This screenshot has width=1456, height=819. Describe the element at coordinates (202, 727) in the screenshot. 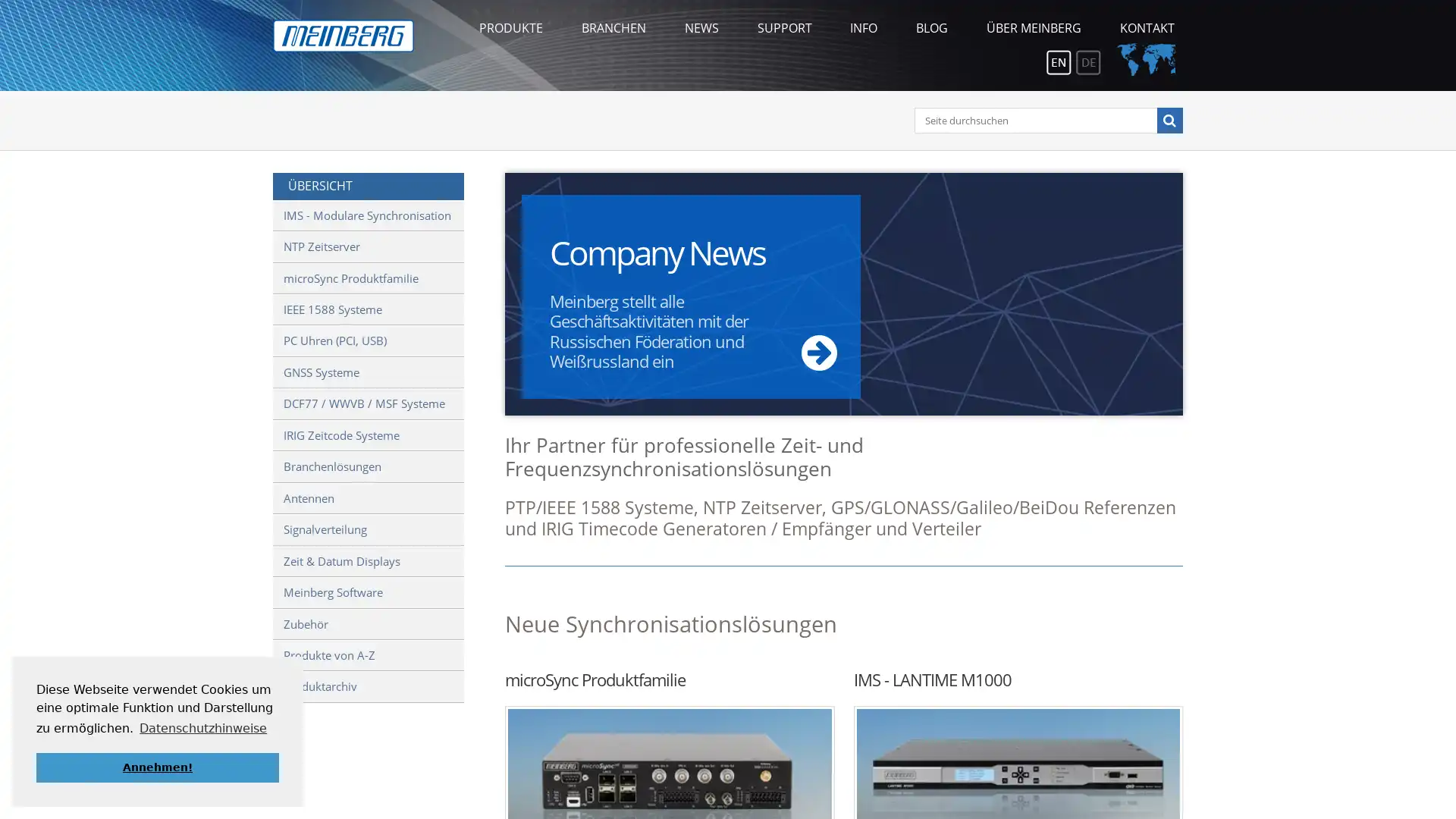

I see `learn more about cookies` at that location.